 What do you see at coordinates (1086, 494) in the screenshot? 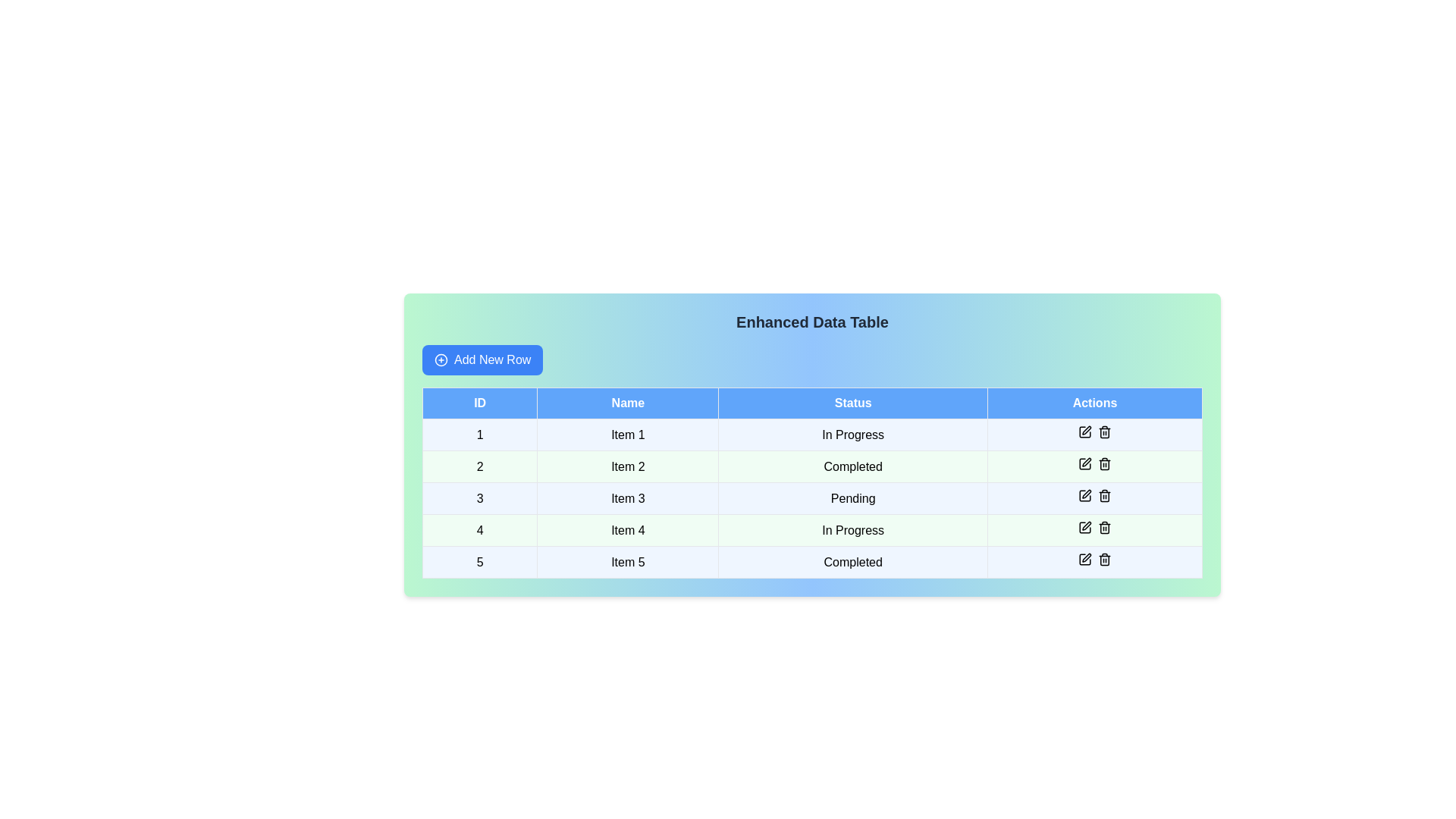
I see `the 'edit' icon located in the 'Actions' column of row 3` at bounding box center [1086, 494].